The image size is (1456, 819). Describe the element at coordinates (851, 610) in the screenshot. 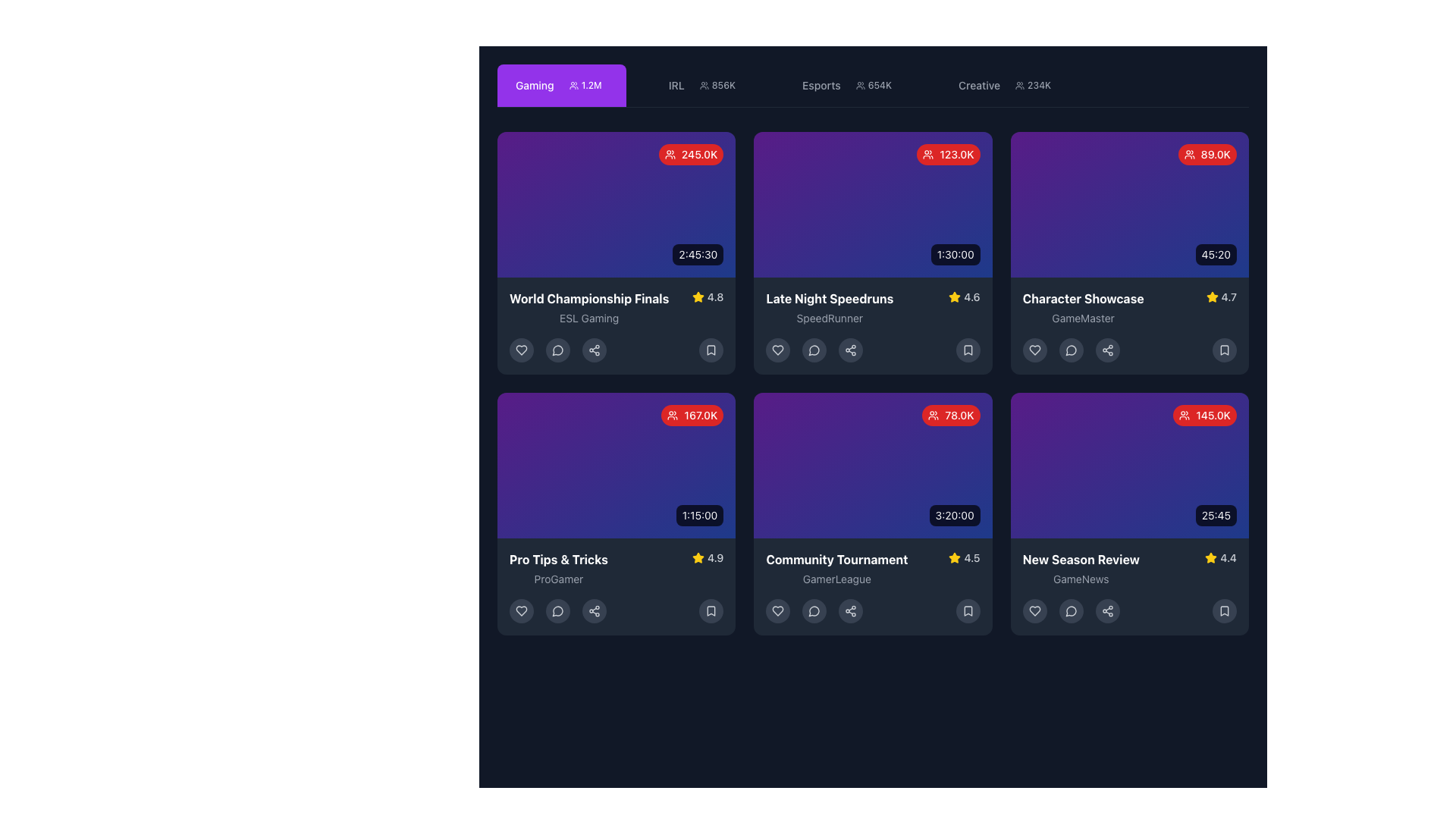

I see `the share icon button located at the bottom-center of the 'Community Tournament' card, which is the third icon from the left in the row of interaction icons` at that location.